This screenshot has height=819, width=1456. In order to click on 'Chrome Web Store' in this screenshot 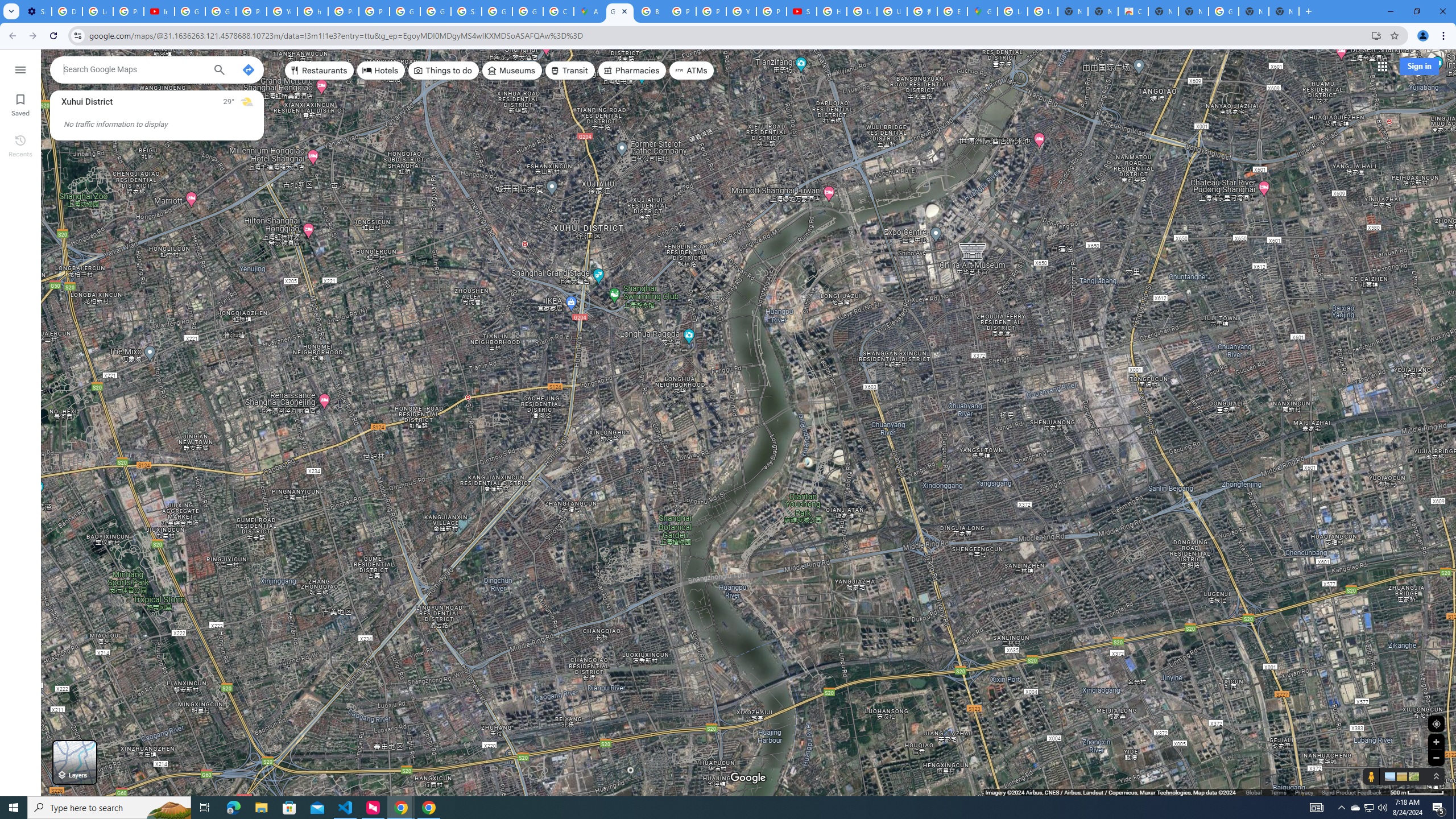, I will do `click(1132, 11)`.